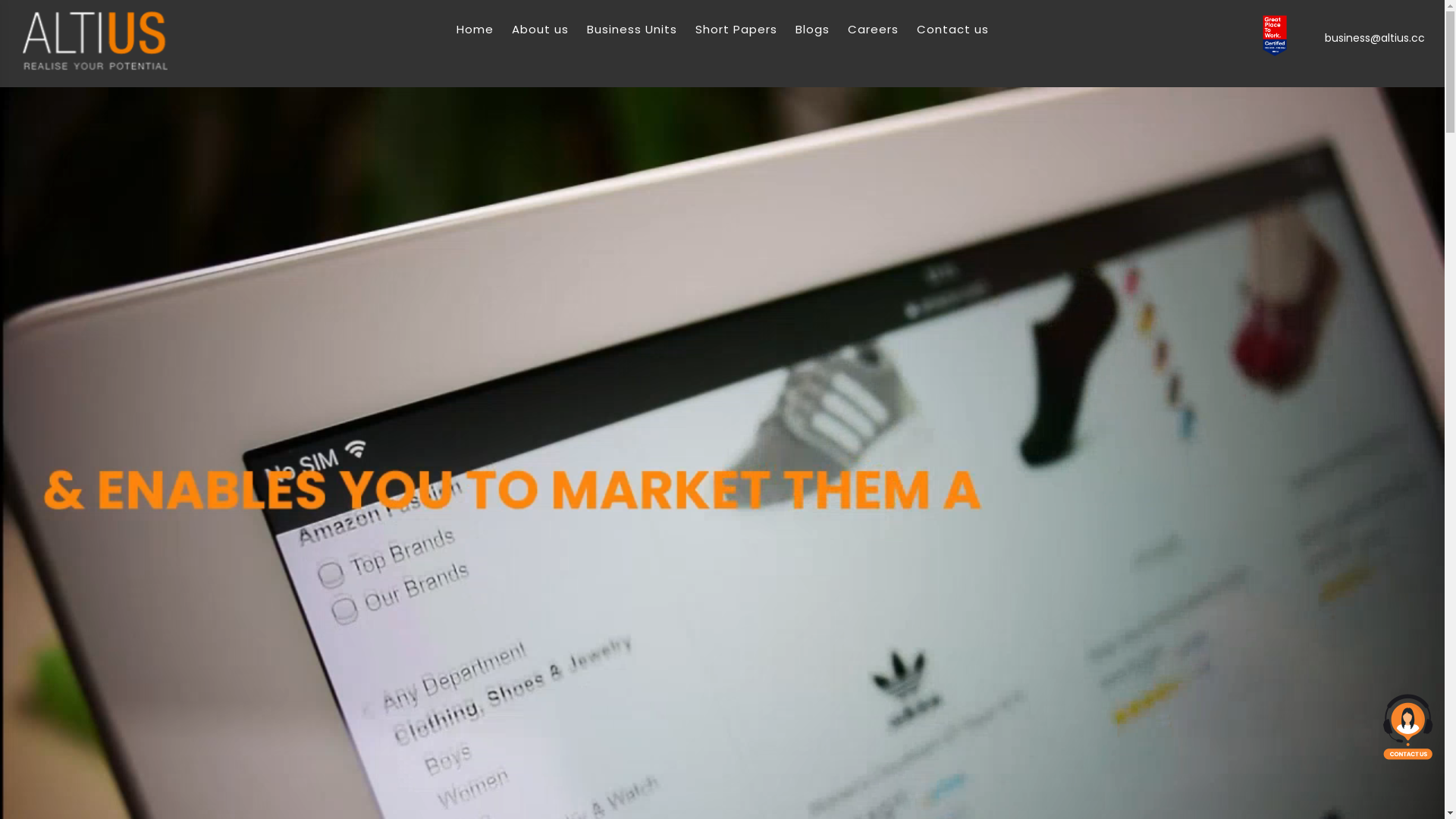 This screenshot has height=819, width=1456. Describe the element at coordinates (735, 29) in the screenshot. I see `'Short Papers'` at that location.